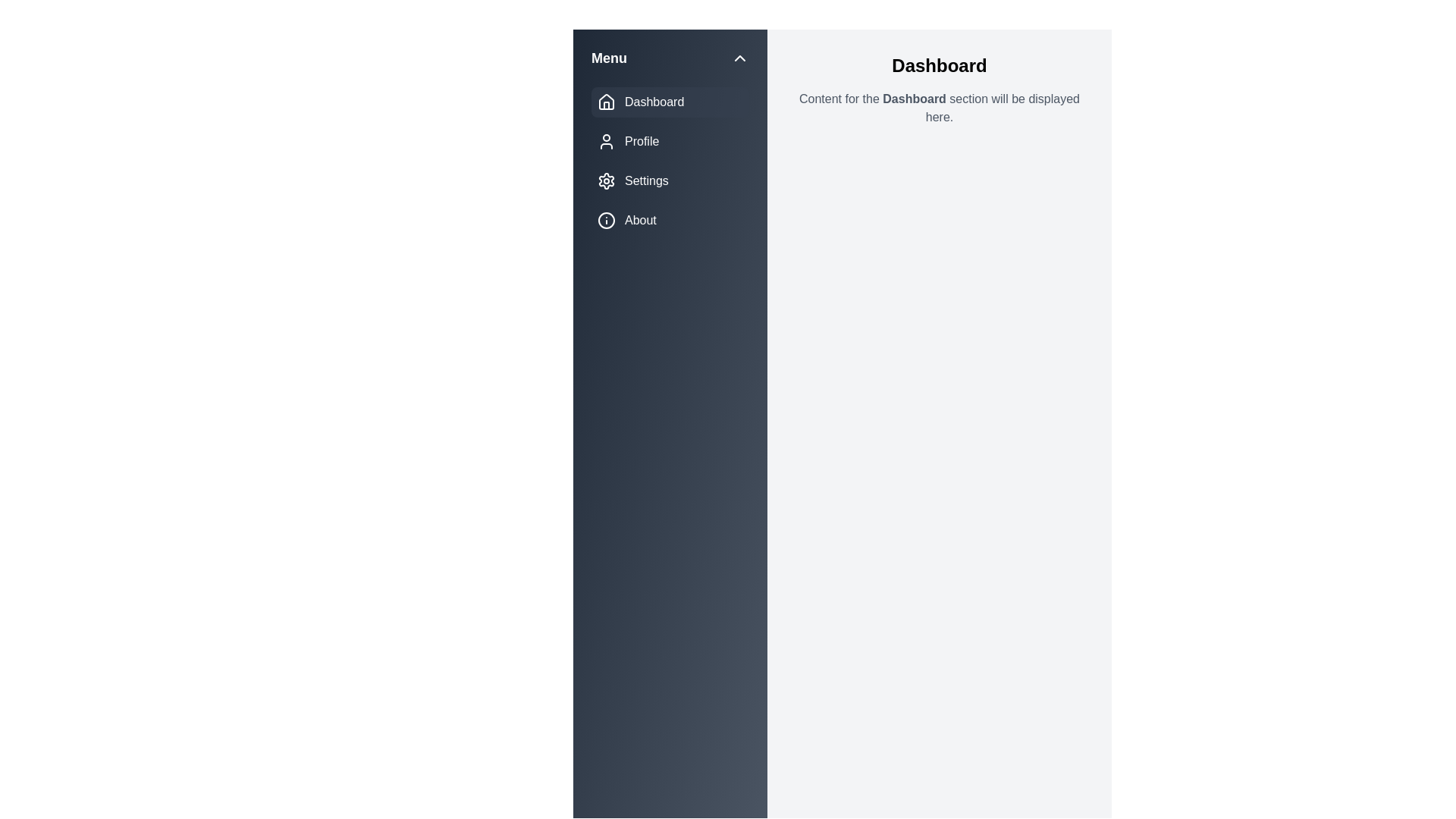 The width and height of the screenshot is (1456, 819). What do you see at coordinates (669, 102) in the screenshot?
I see `the first menu item in the vertical navigation bar` at bounding box center [669, 102].